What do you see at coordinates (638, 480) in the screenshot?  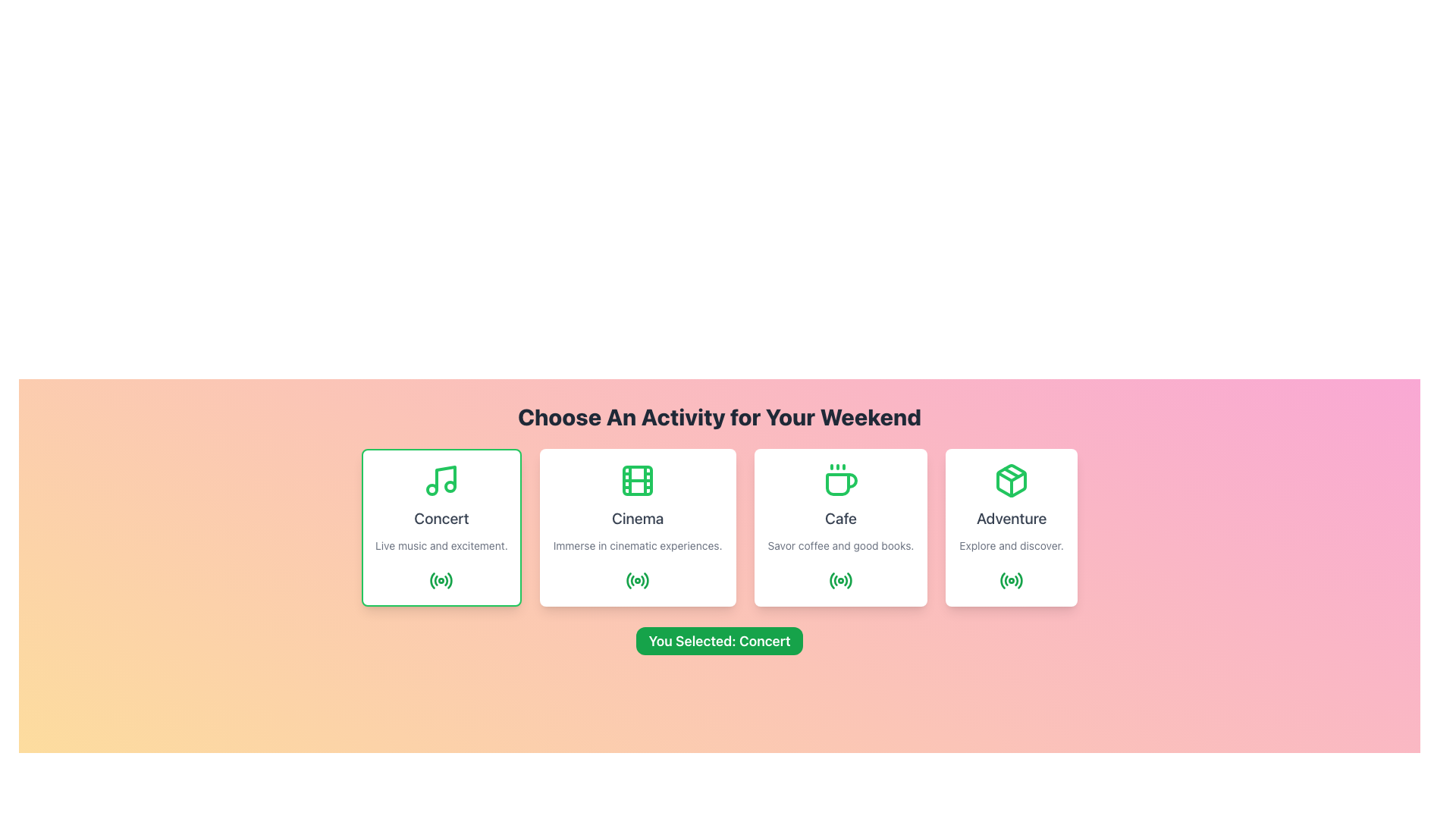 I see `the decorative visual indicator icon located at the top of the 'Cinema' card` at bounding box center [638, 480].